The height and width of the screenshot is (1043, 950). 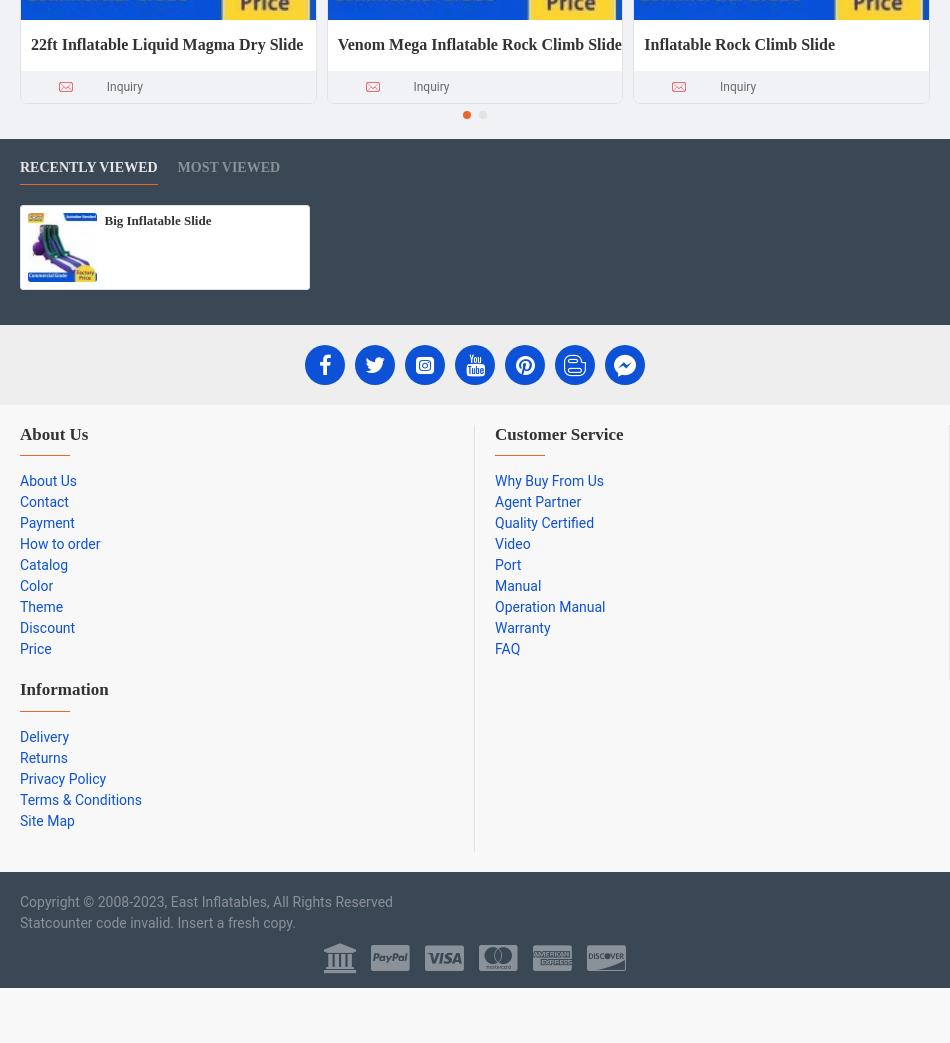 I want to click on 'Video', so click(x=512, y=544).